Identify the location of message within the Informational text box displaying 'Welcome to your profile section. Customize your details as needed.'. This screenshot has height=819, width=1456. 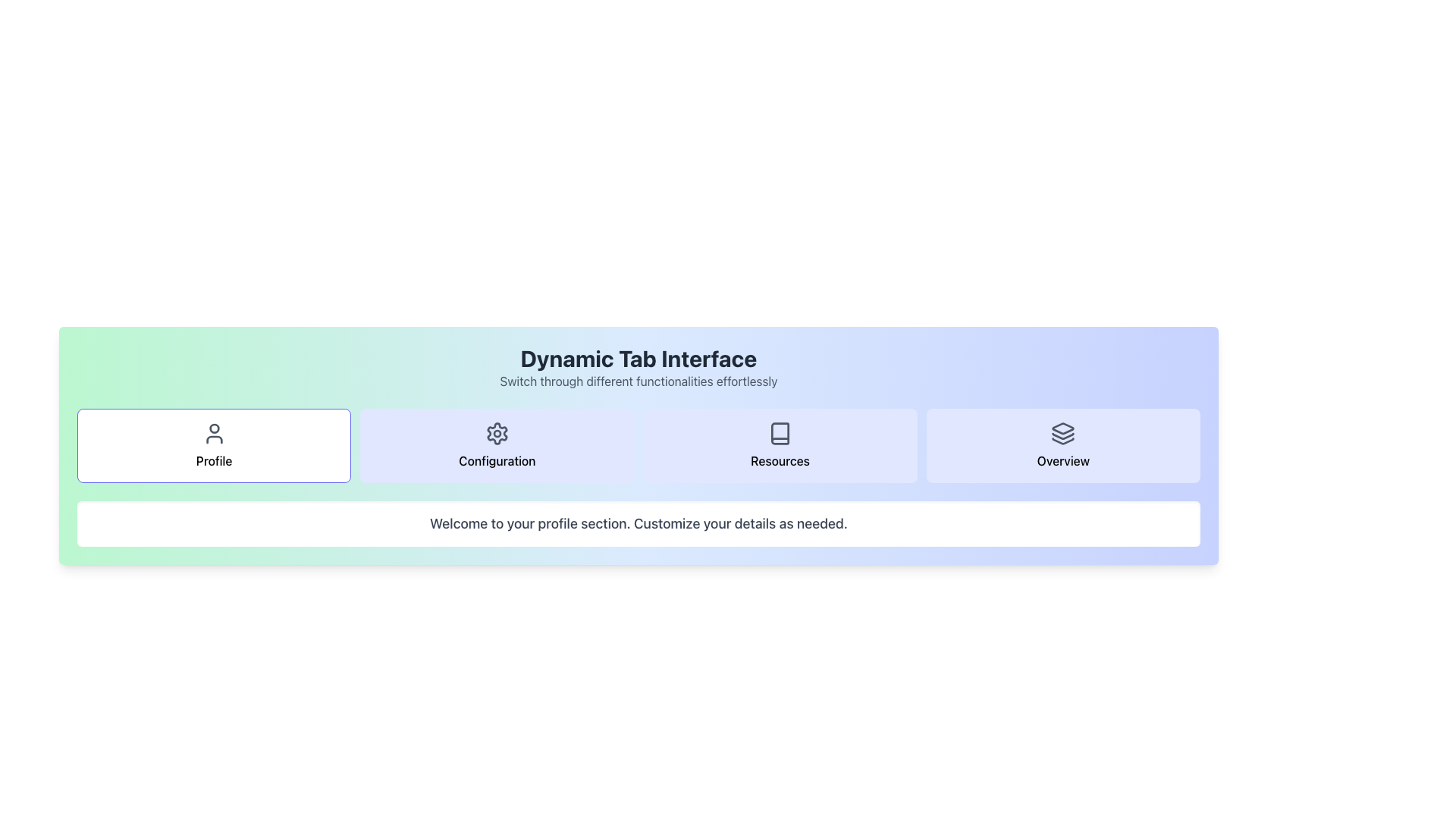
(639, 522).